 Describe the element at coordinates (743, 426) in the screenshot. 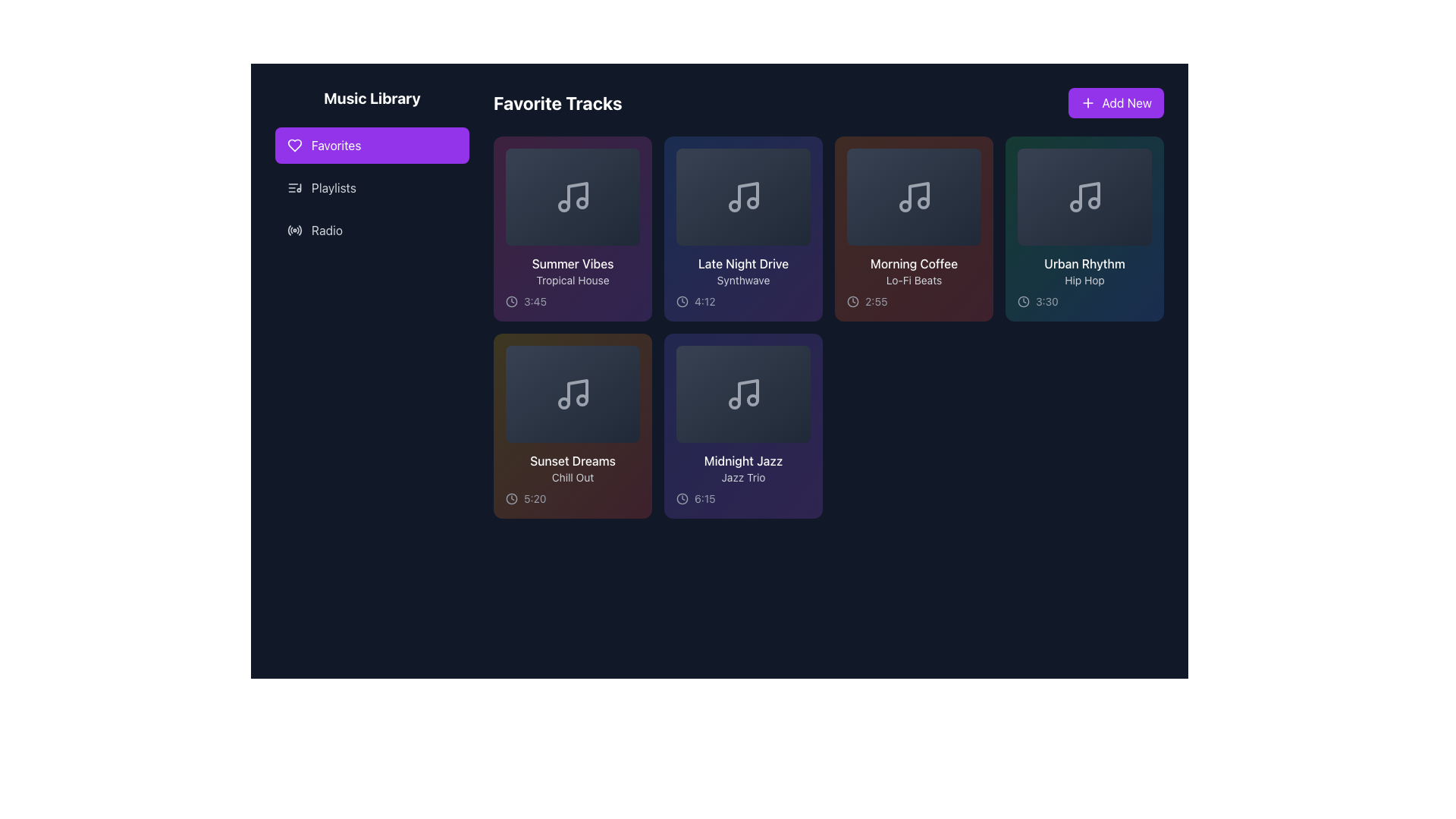

I see `the sixth Card UI component in the 'Favorite Tracks' section, which provides information about a music track` at that location.